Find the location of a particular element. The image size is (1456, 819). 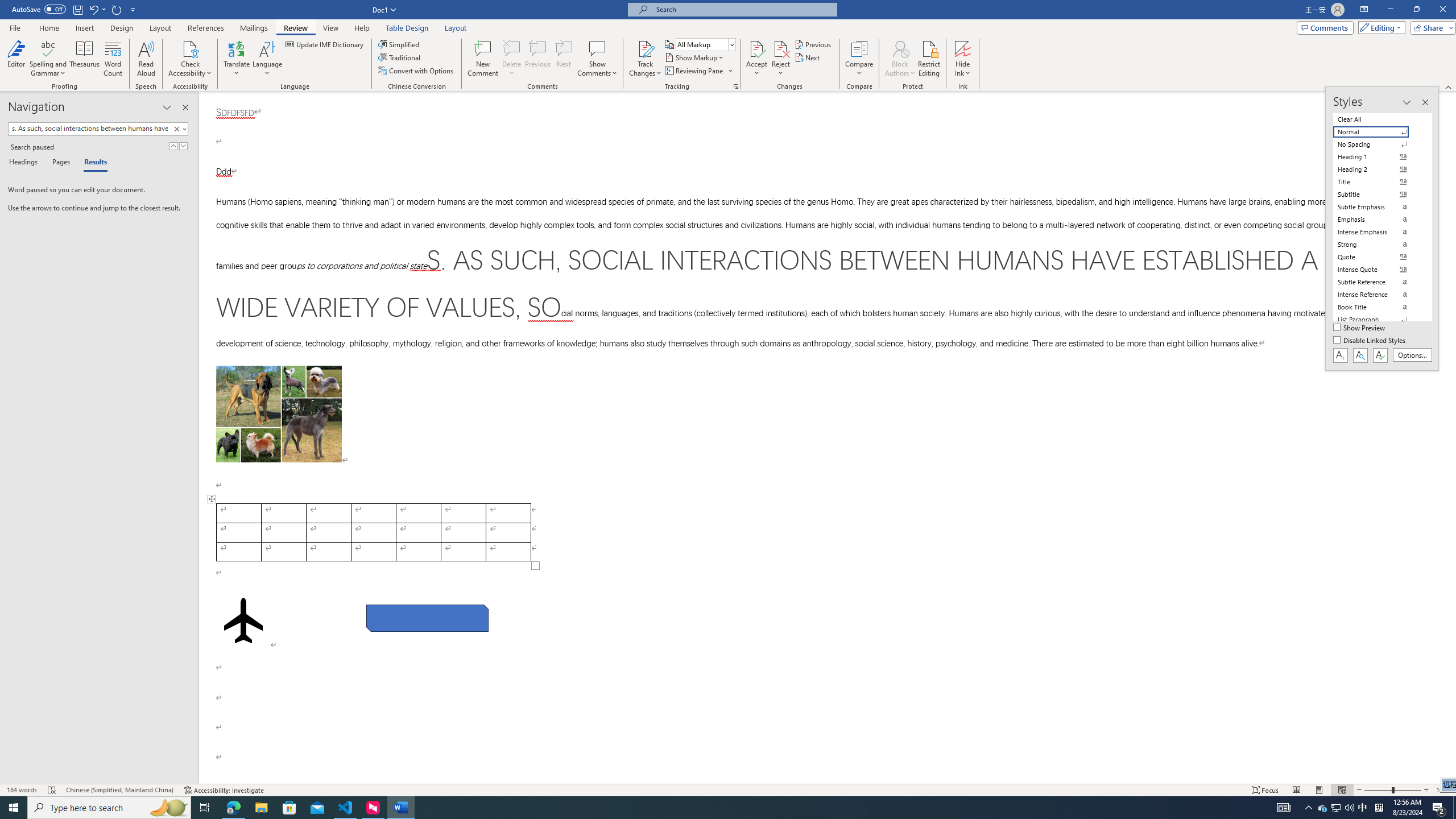

'New Comment' is located at coordinates (482, 59).